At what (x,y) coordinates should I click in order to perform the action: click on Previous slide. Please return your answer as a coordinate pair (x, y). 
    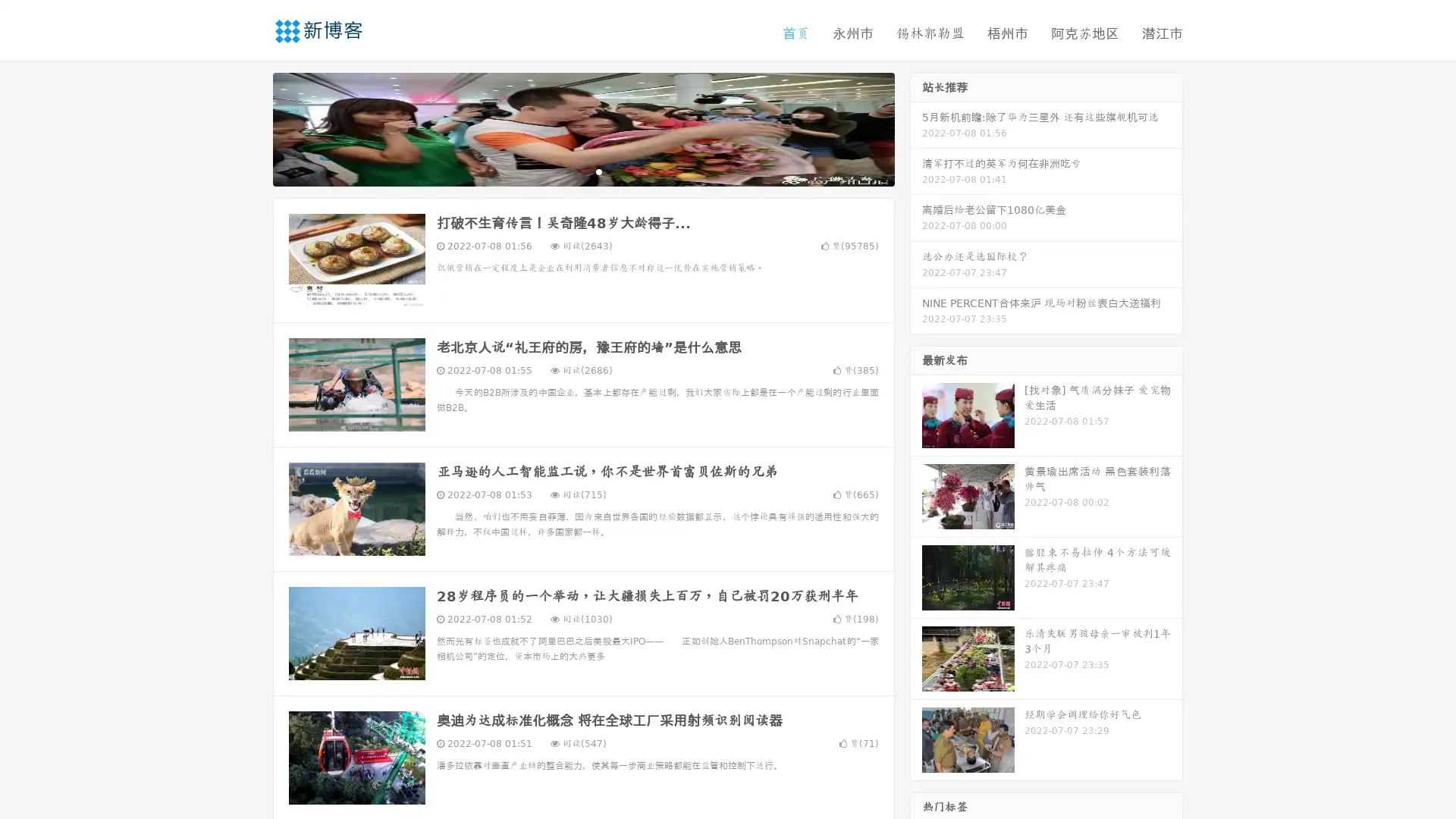
    Looking at the image, I should click on (250, 127).